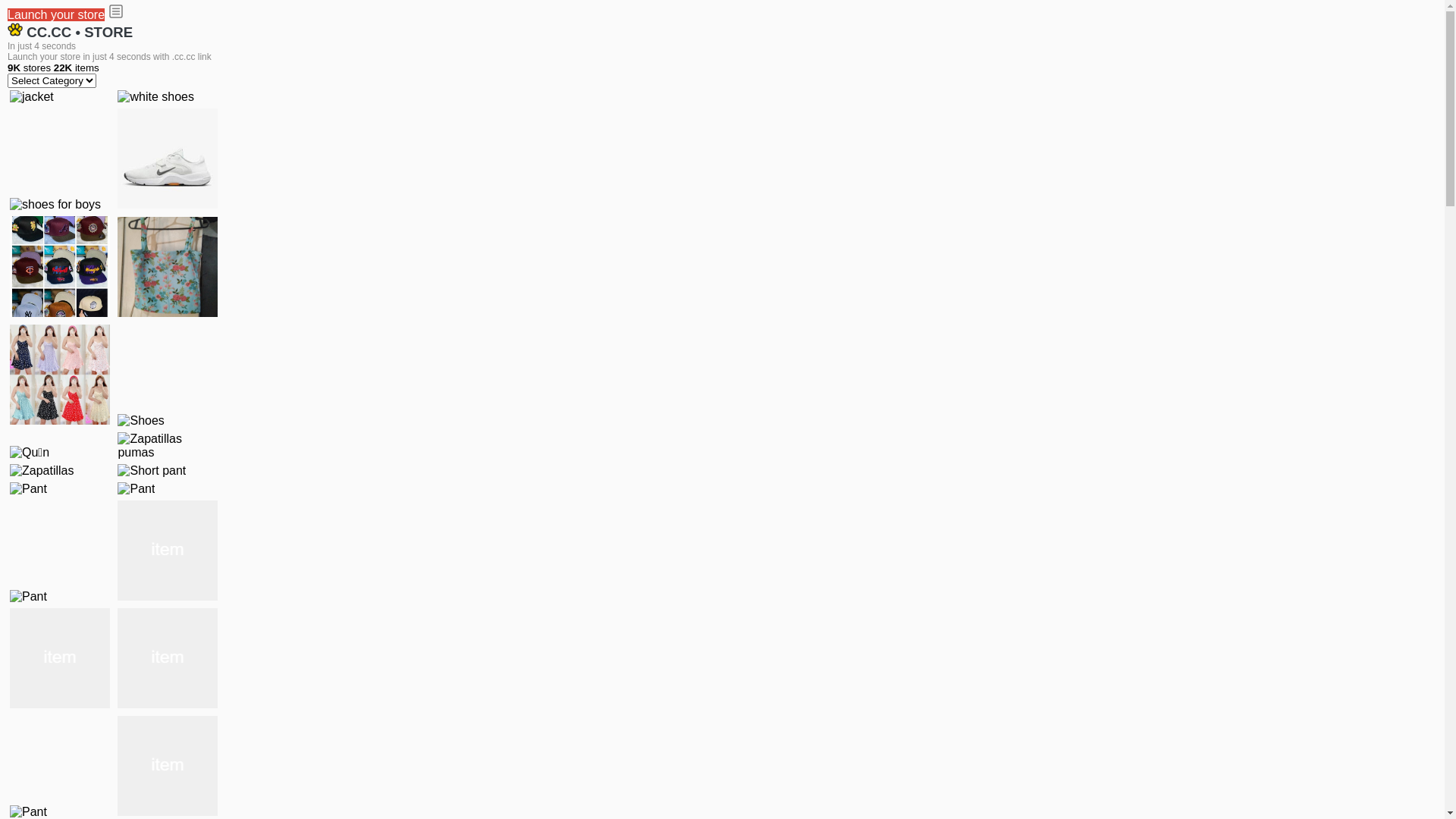 Image resolution: width=1456 pixels, height=819 pixels. Describe the element at coordinates (167, 265) in the screenshot. I see `'Ukay cloth'` at that location.